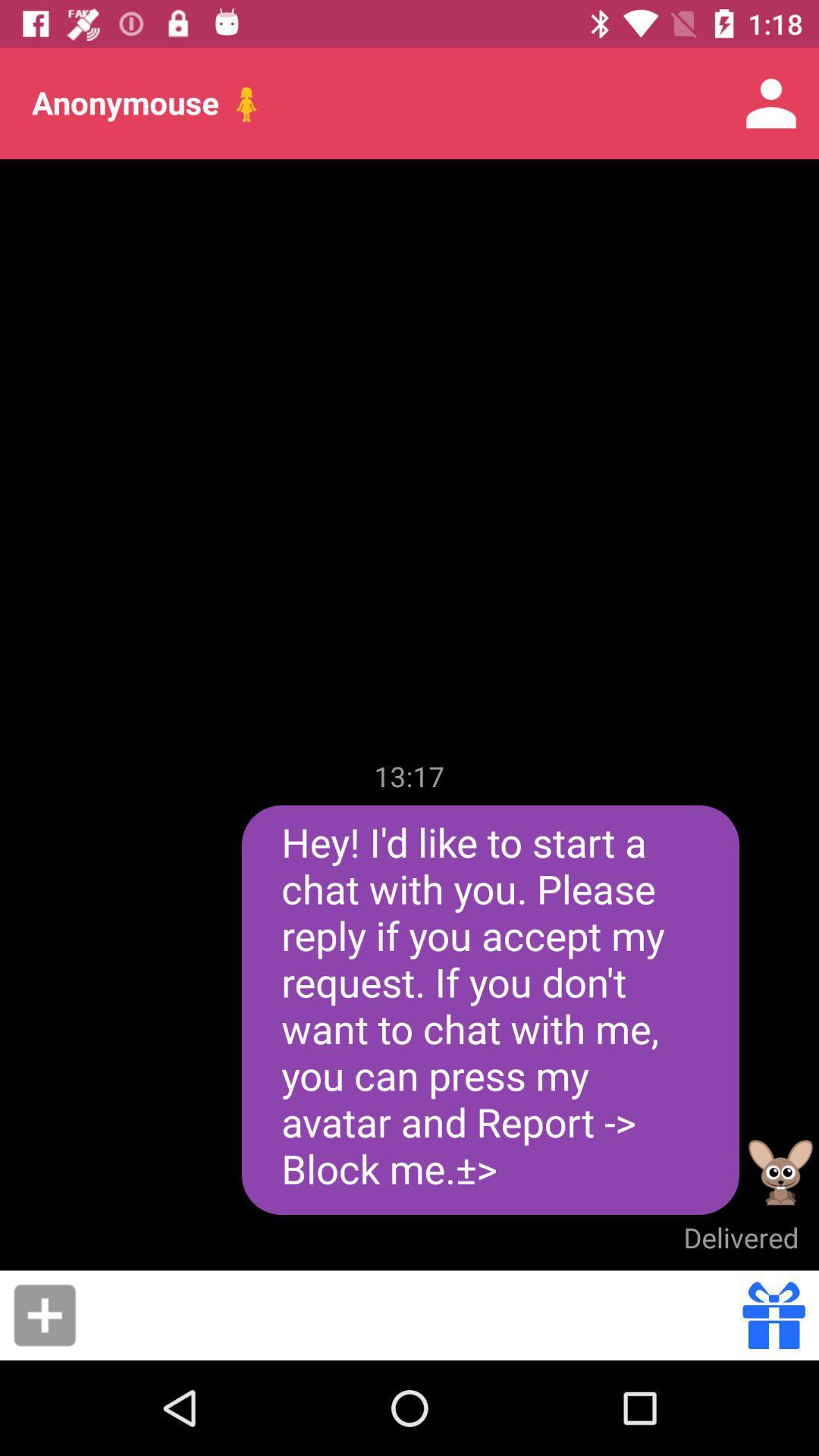 The image size is (819, 1456). I want to click on the icon to the right of the hey i d, so click(780, 1172).